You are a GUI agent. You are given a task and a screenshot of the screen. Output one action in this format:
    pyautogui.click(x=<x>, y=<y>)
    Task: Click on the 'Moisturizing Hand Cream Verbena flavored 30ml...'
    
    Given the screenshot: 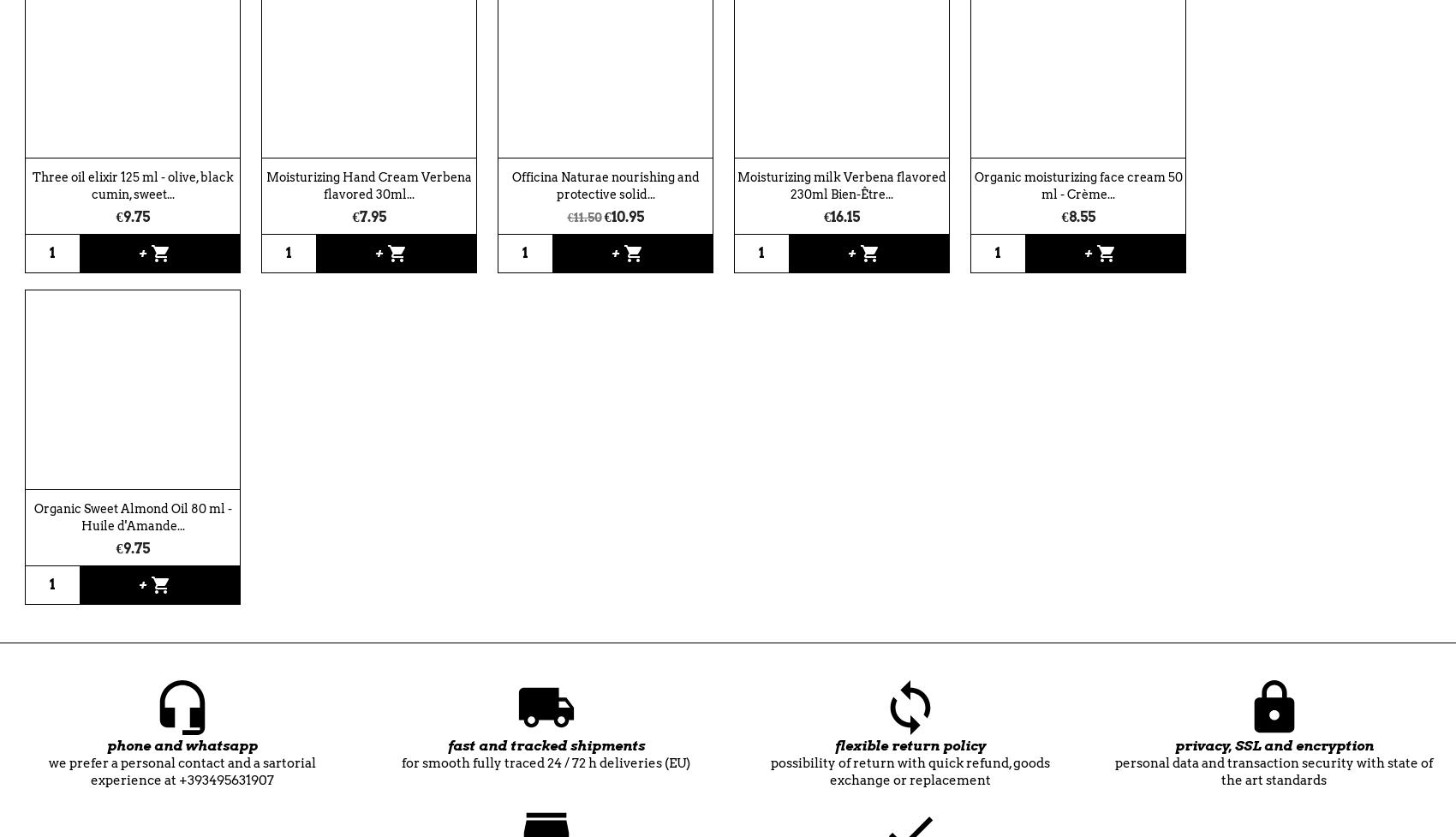 What is the action you would take?
    pyautogui.click(x=368, y=184)
    